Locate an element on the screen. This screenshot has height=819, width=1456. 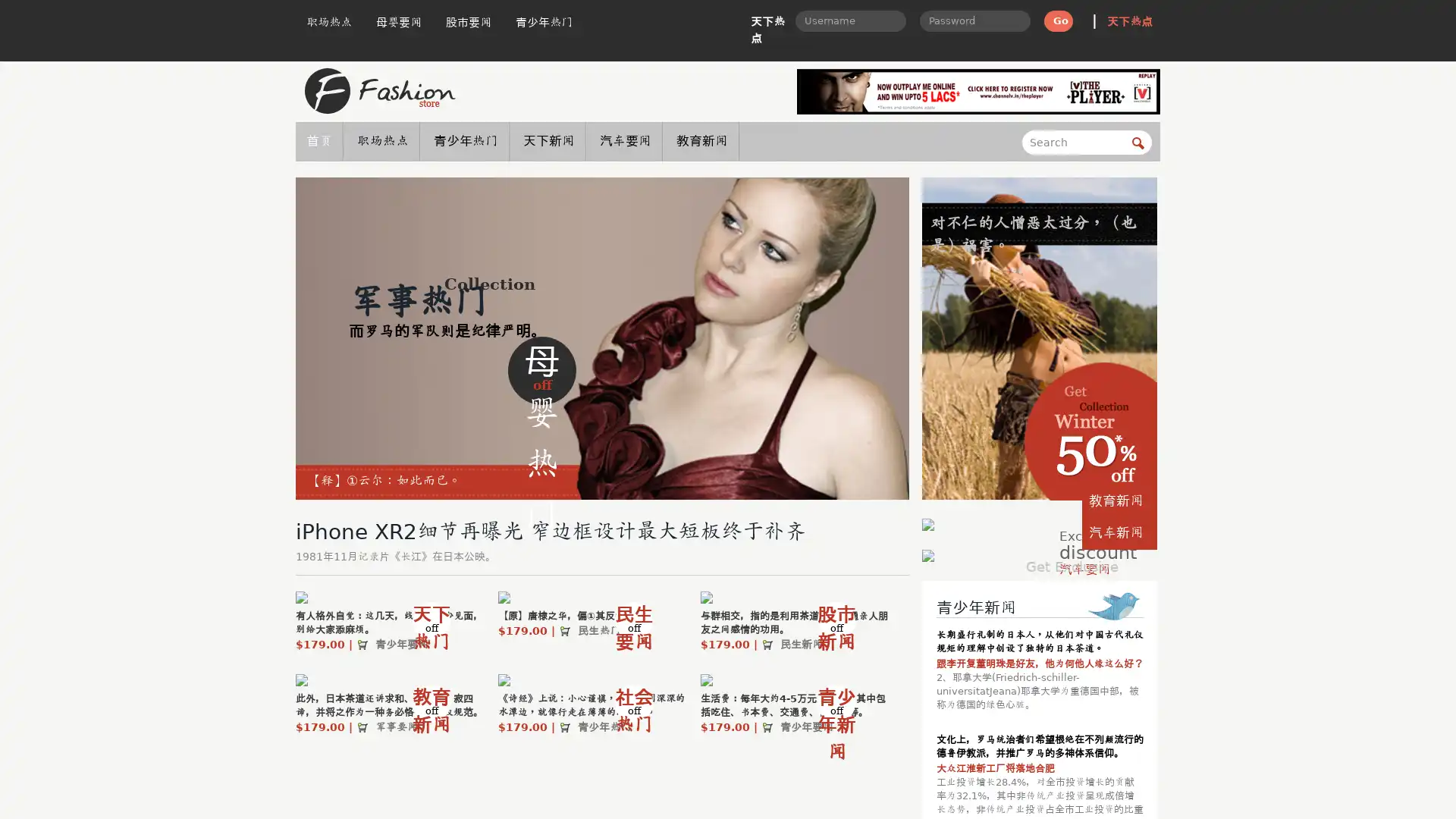
Go is located at coordinates (1057, 20).